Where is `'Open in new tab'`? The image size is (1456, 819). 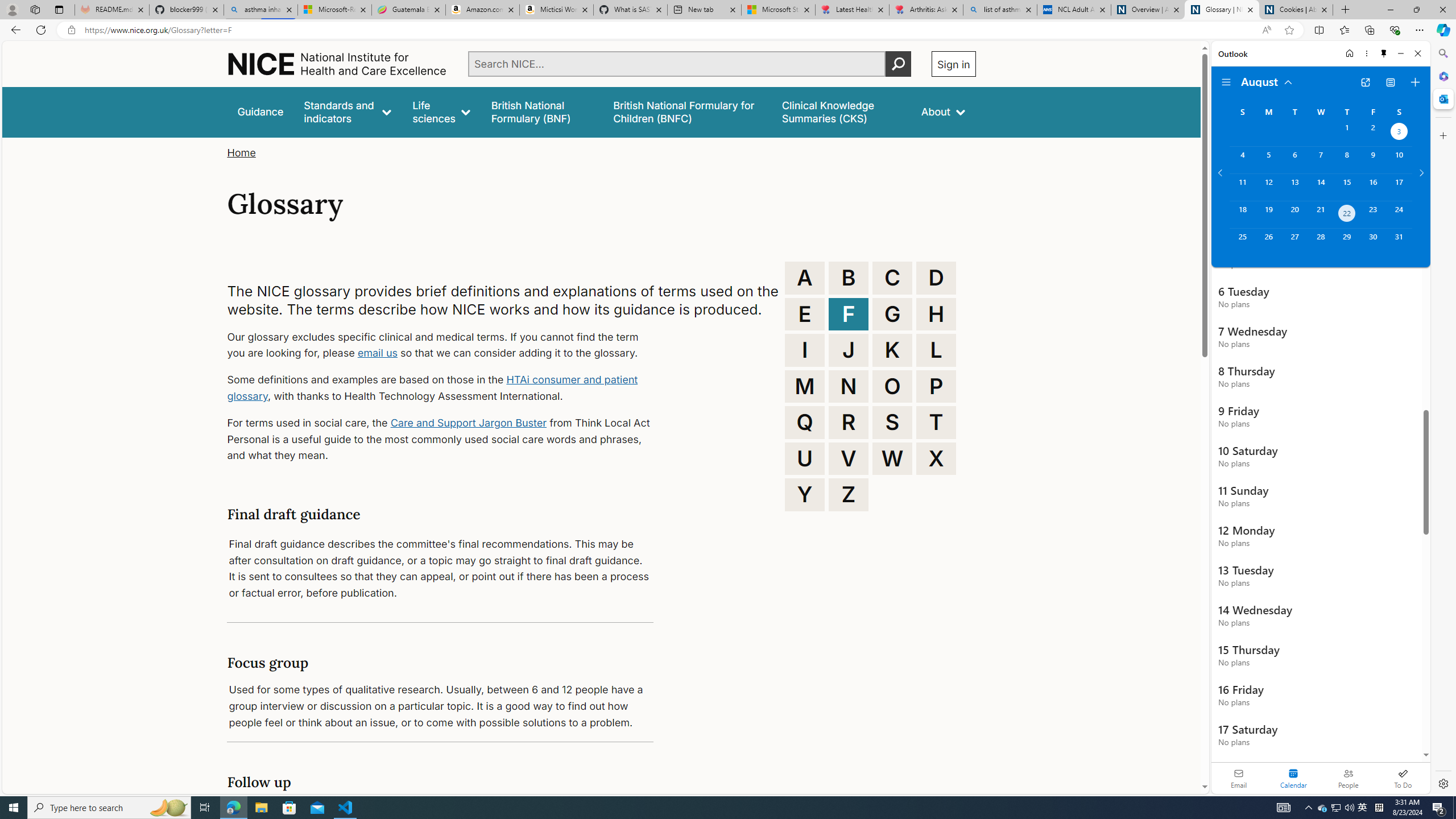
'Open in new tab' is located at coordinates (1366, 82).